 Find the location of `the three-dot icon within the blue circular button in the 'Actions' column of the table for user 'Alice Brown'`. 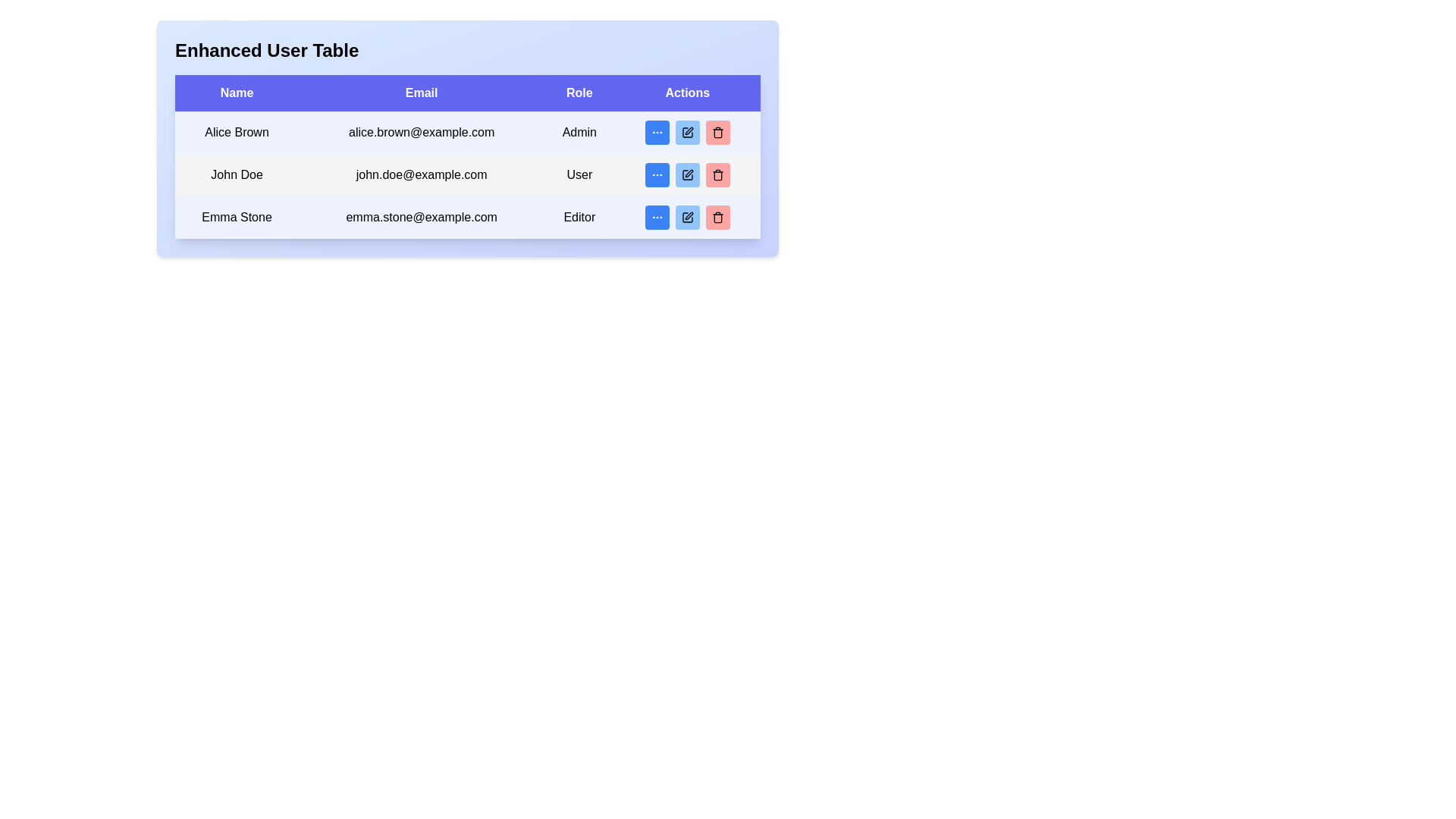

the three-dot icon within the blue circular button in the 'Actions' column of the table for user 'Alice Brown' is located at coordinates (657, 131).